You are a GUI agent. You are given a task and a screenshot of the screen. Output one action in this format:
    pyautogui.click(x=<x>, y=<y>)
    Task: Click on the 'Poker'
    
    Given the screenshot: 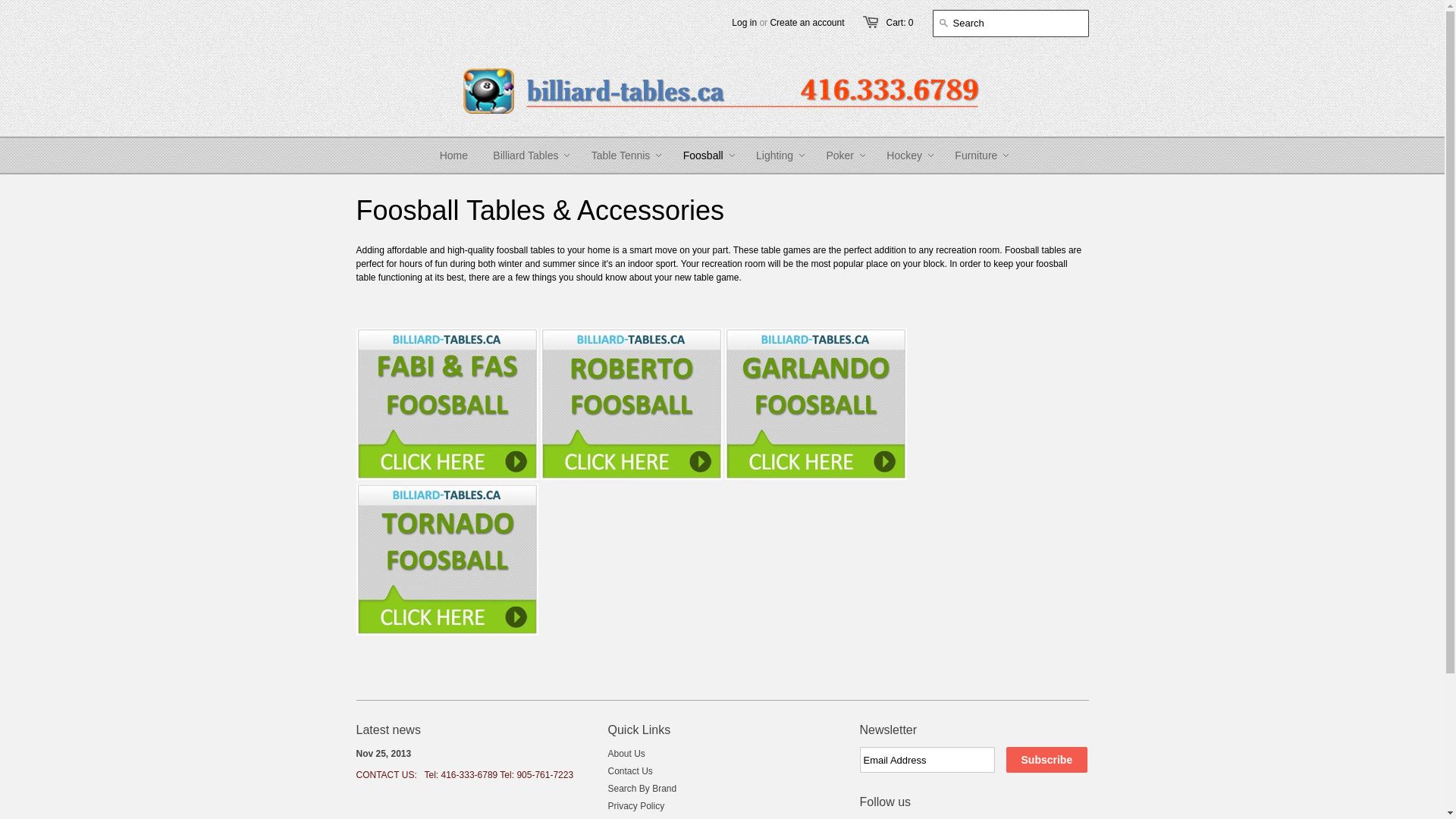 What is the action you would take?
    pyautogui.click(x=839, y=155)
    